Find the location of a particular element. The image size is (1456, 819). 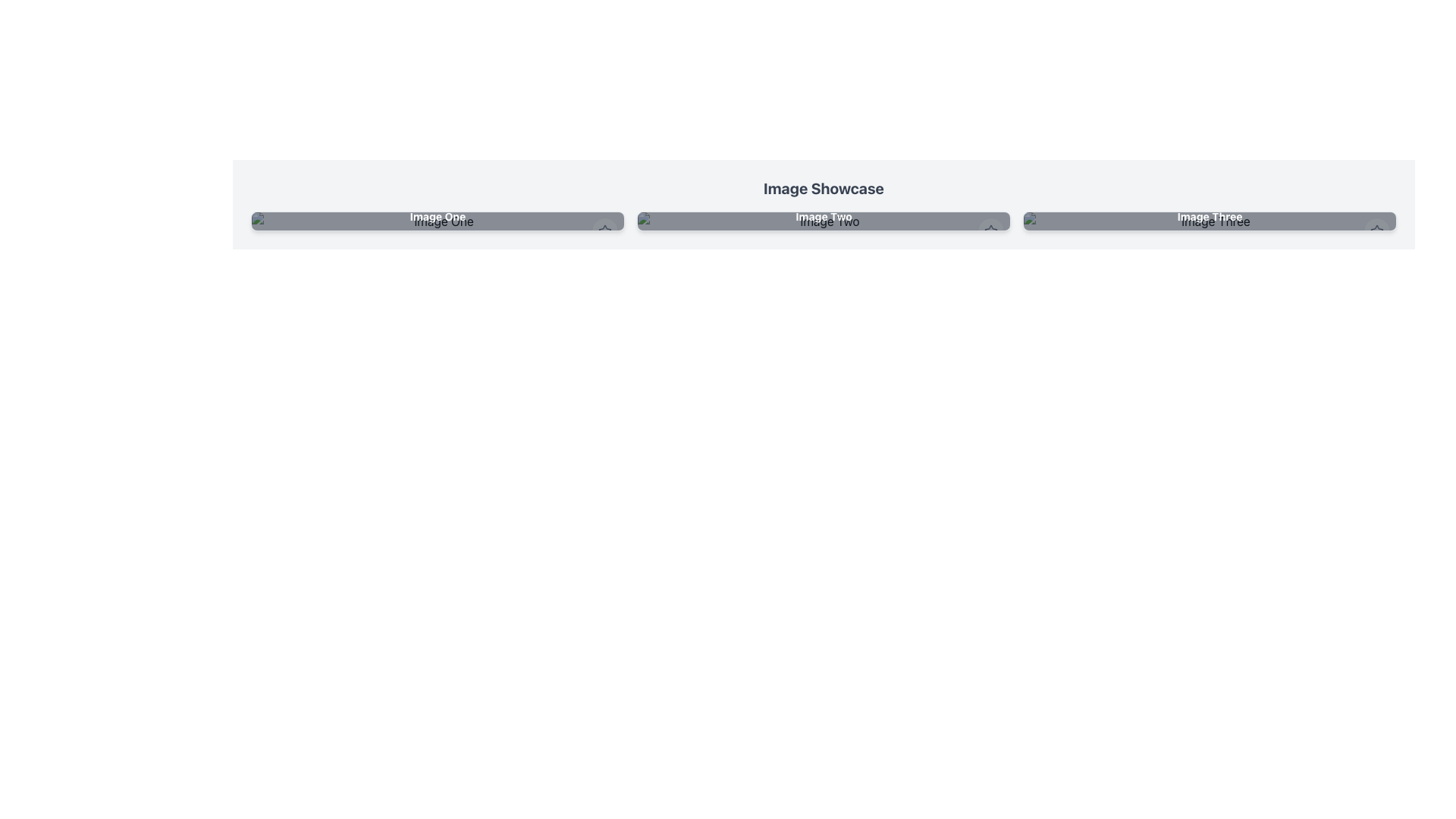

static text label that displays 'Image Two', which is located at the center bottom of the middle card in a horizontal row of three cards is located at coordinates (823, 216).